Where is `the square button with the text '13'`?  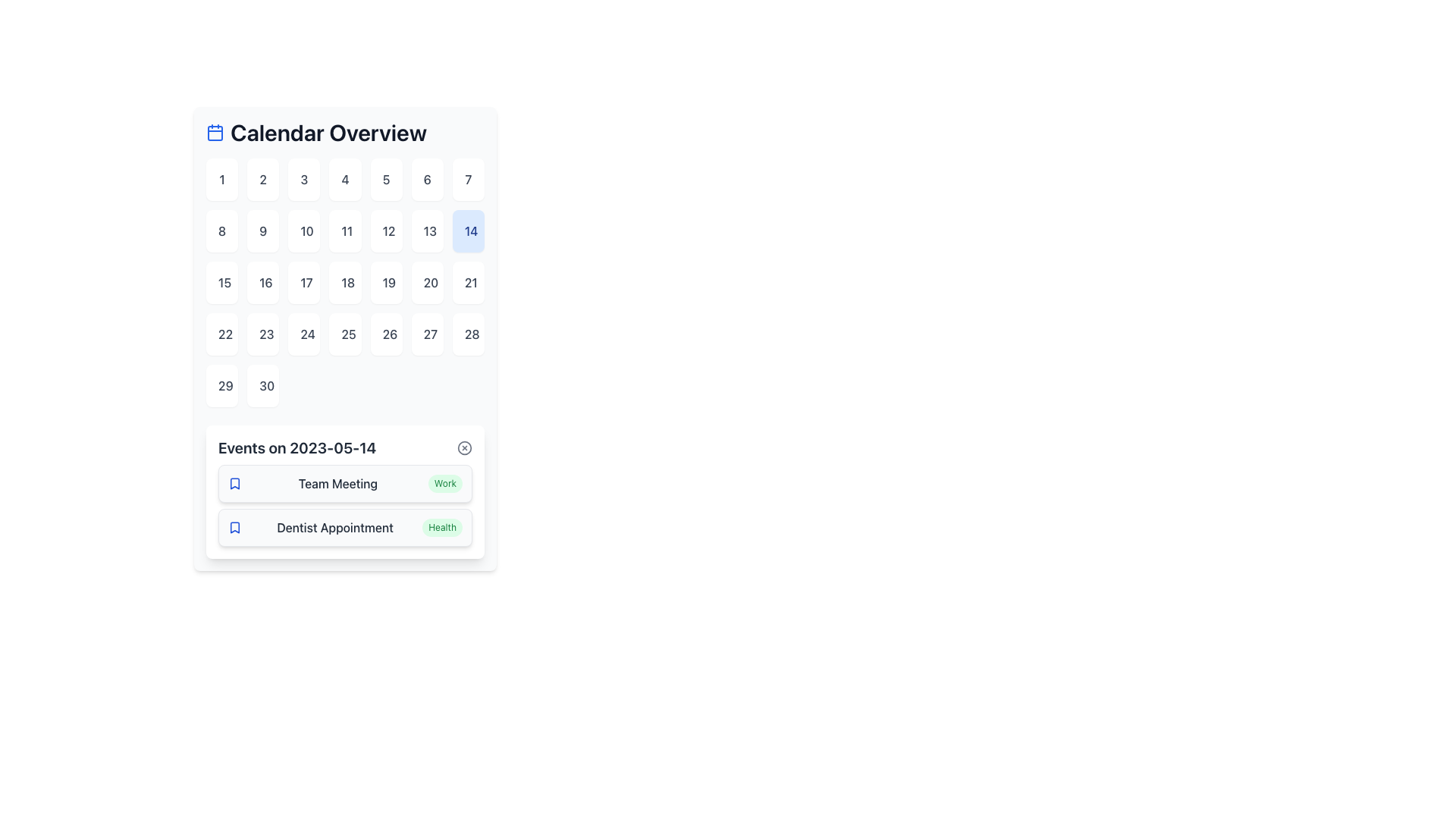
the square button with the text '13' is located at coordinates (426, 231).